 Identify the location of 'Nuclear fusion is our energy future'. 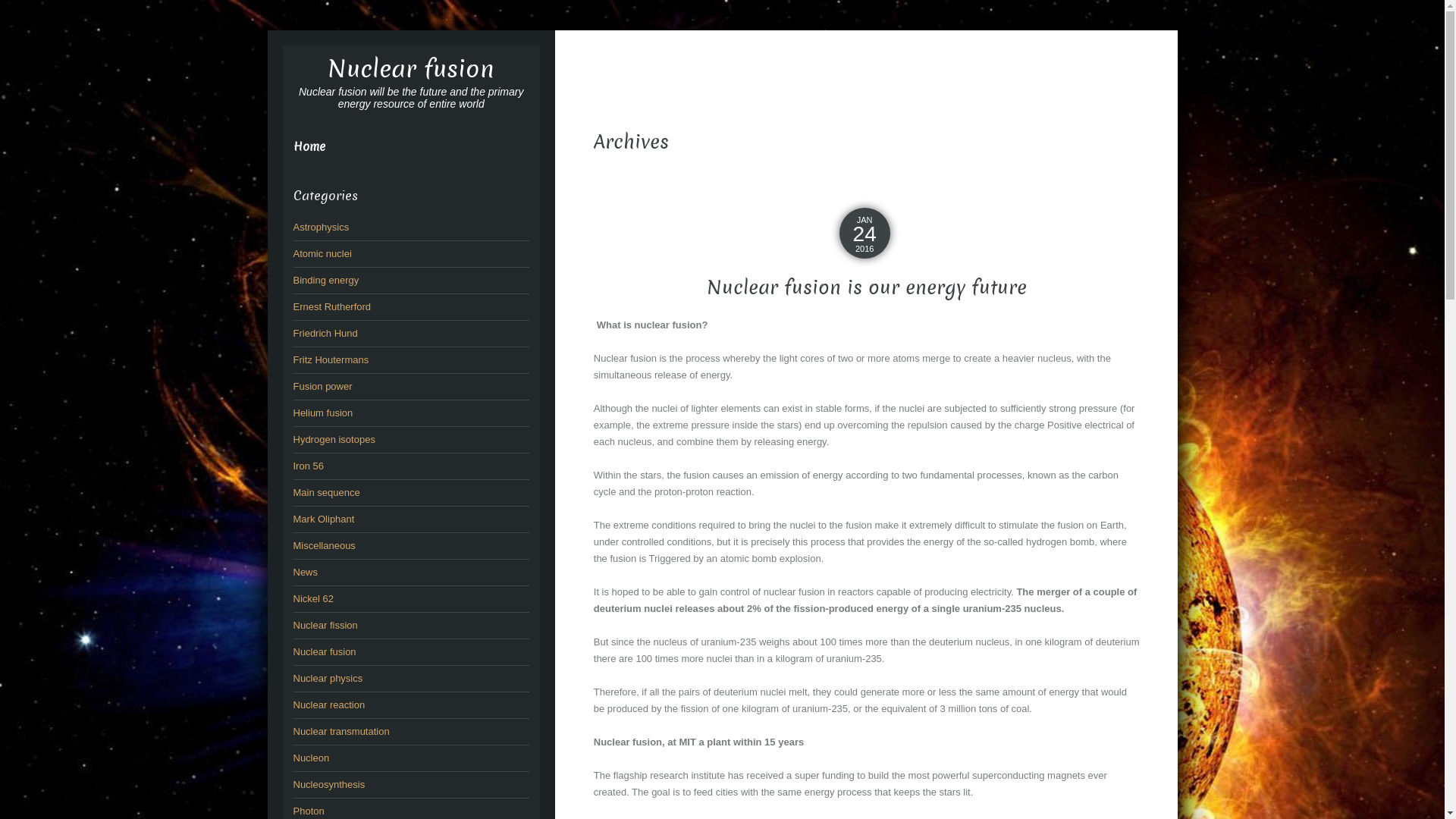
(866, 287).